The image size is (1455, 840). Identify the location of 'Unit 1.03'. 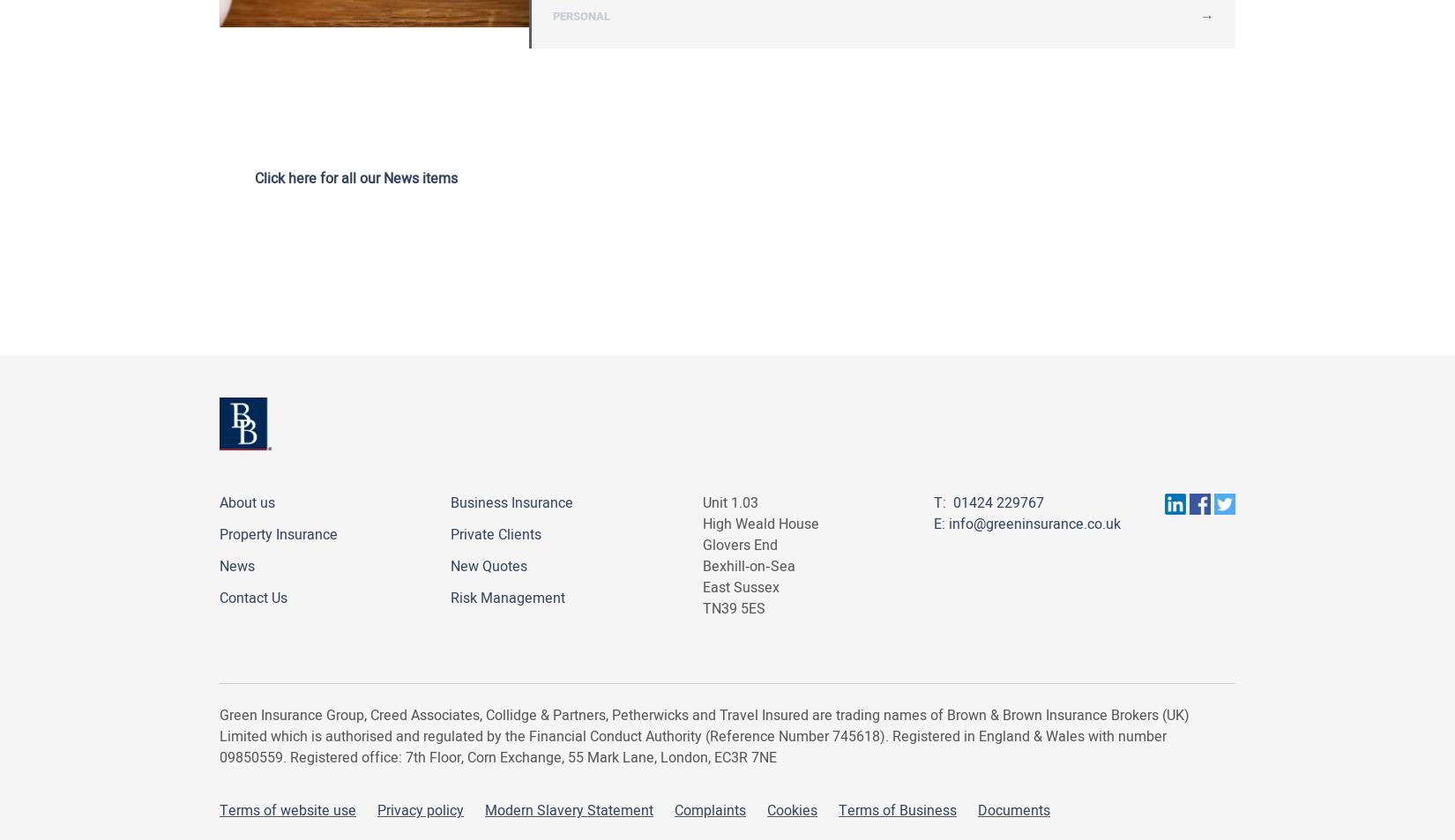
(730, 503).